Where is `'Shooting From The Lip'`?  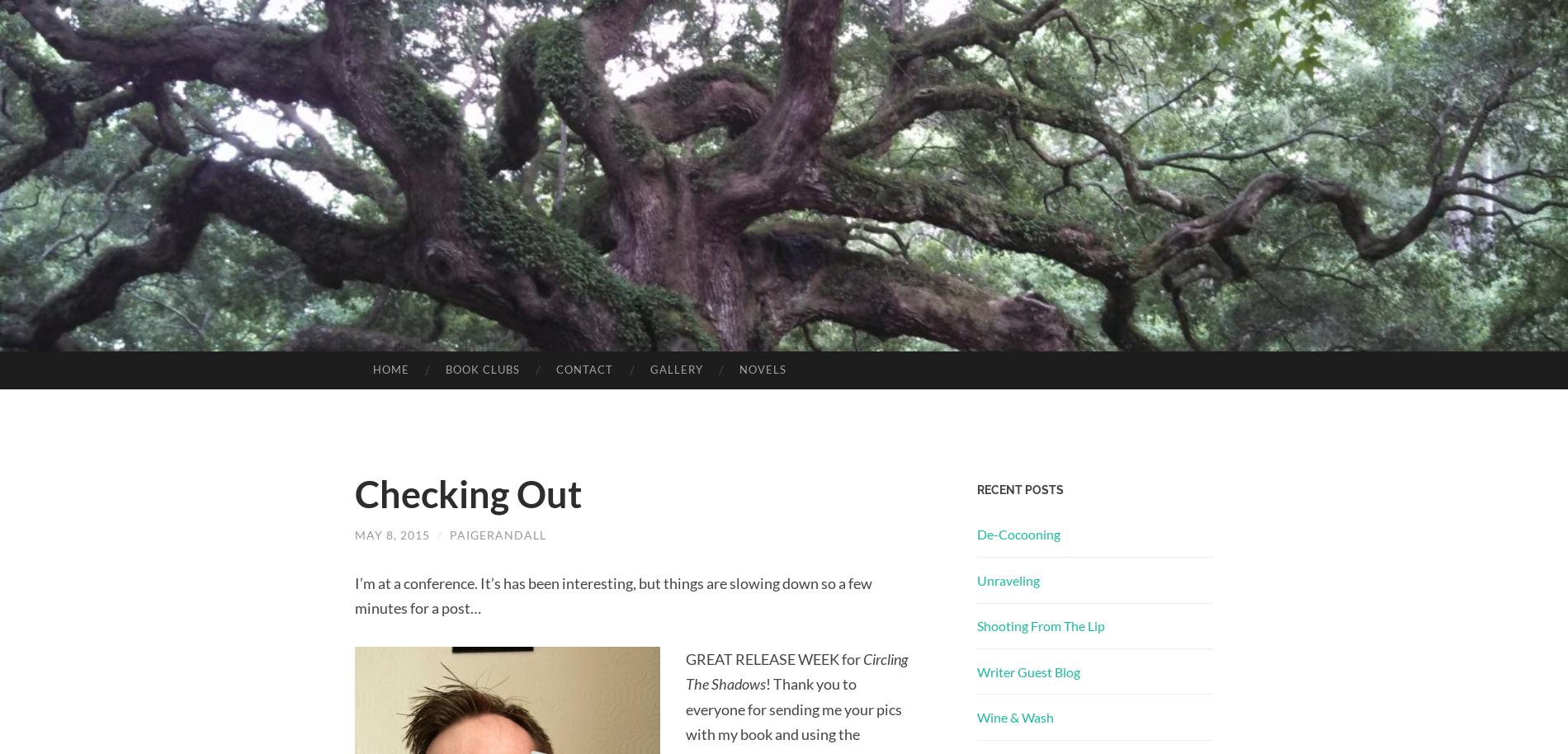 'Shooting From The Lip' is located at coordinates (1040, 625).